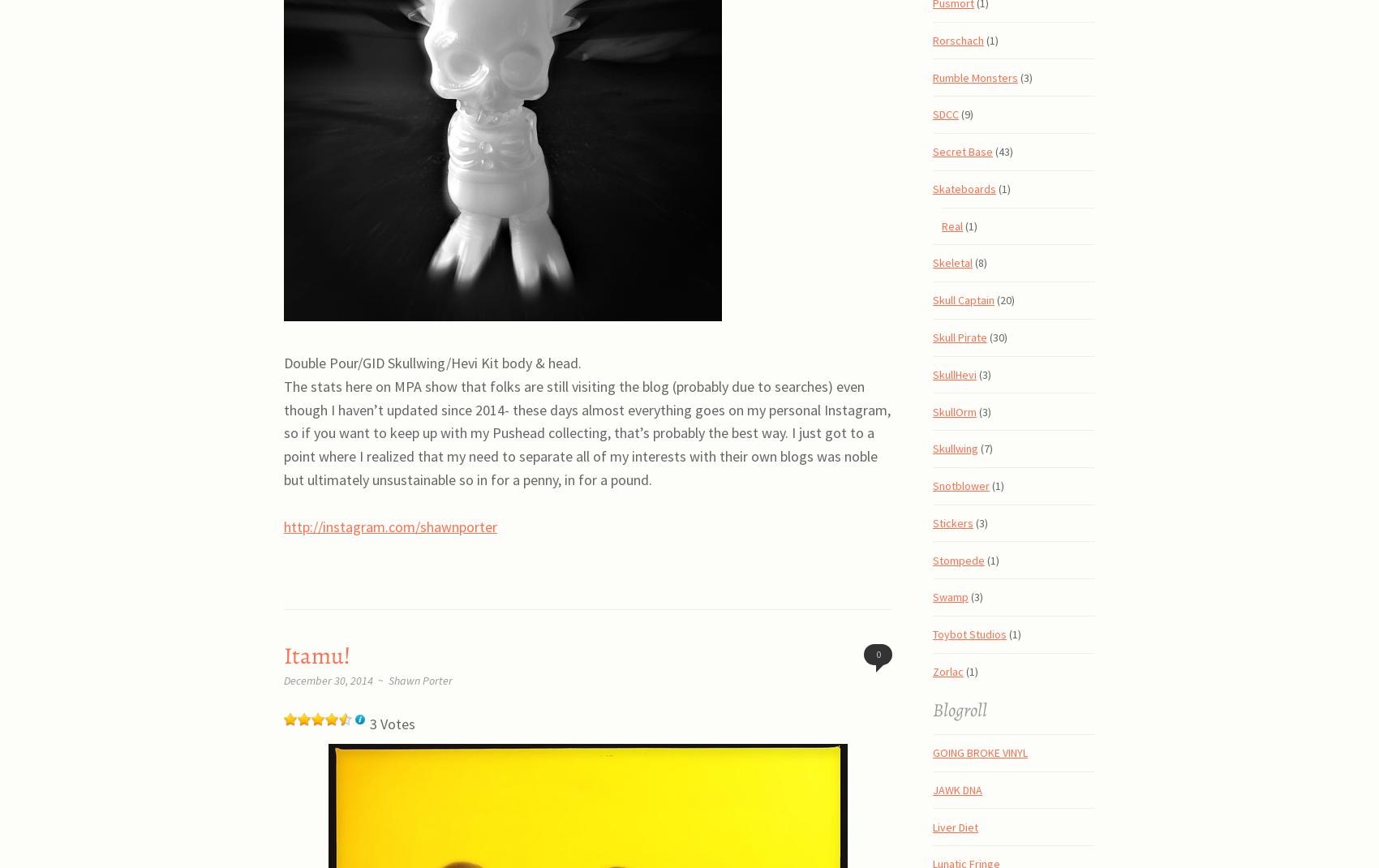 This screenshot has height=868, width=1379. What do you see at coordinates (954, 447) in the screenshot?
I see `'Skullwing'` at bounding box center [954, 447].